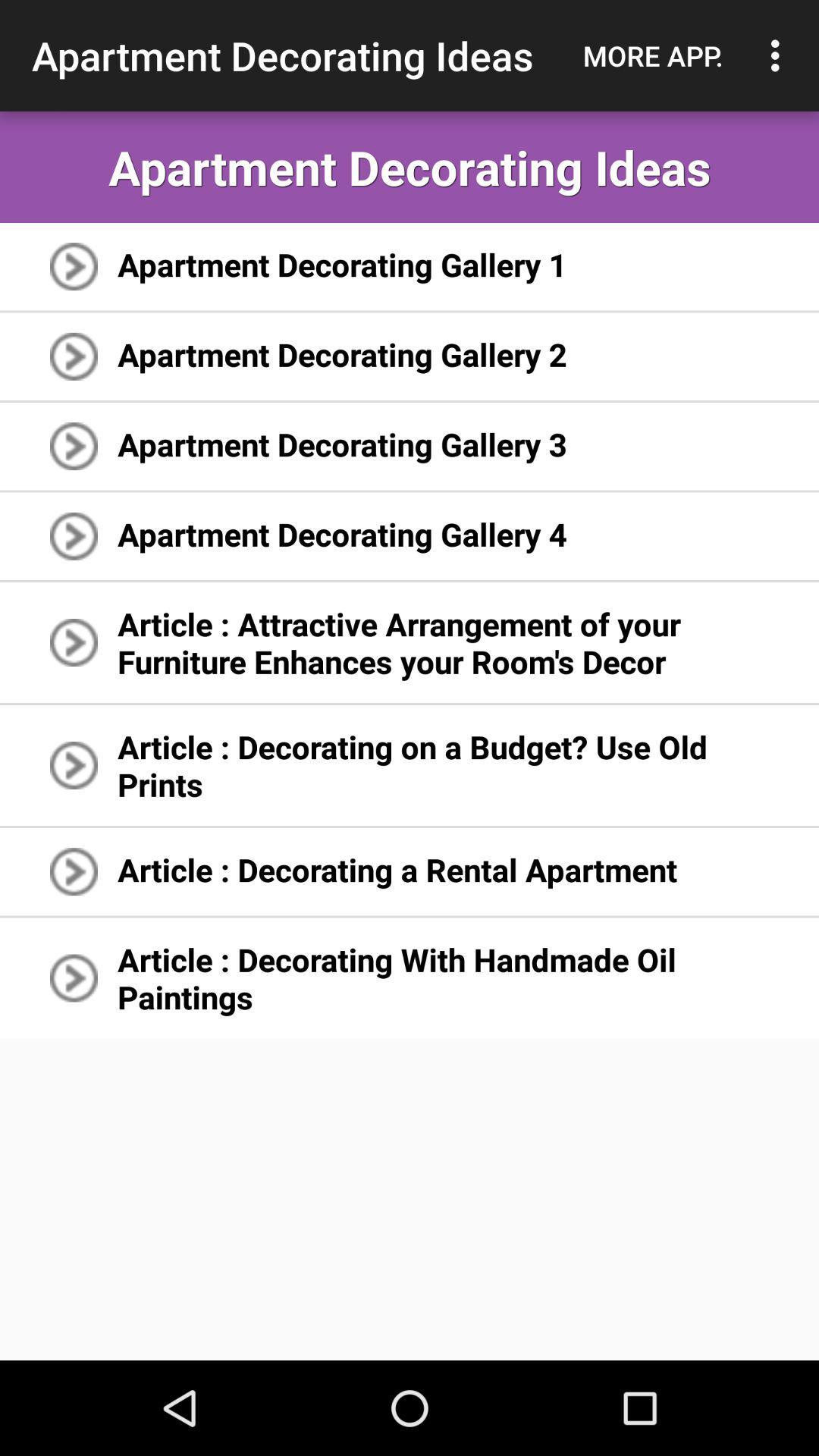 The image size is (819, 1456). I want to click on the app above the apartment decorating ideas app, so click(779, 55).